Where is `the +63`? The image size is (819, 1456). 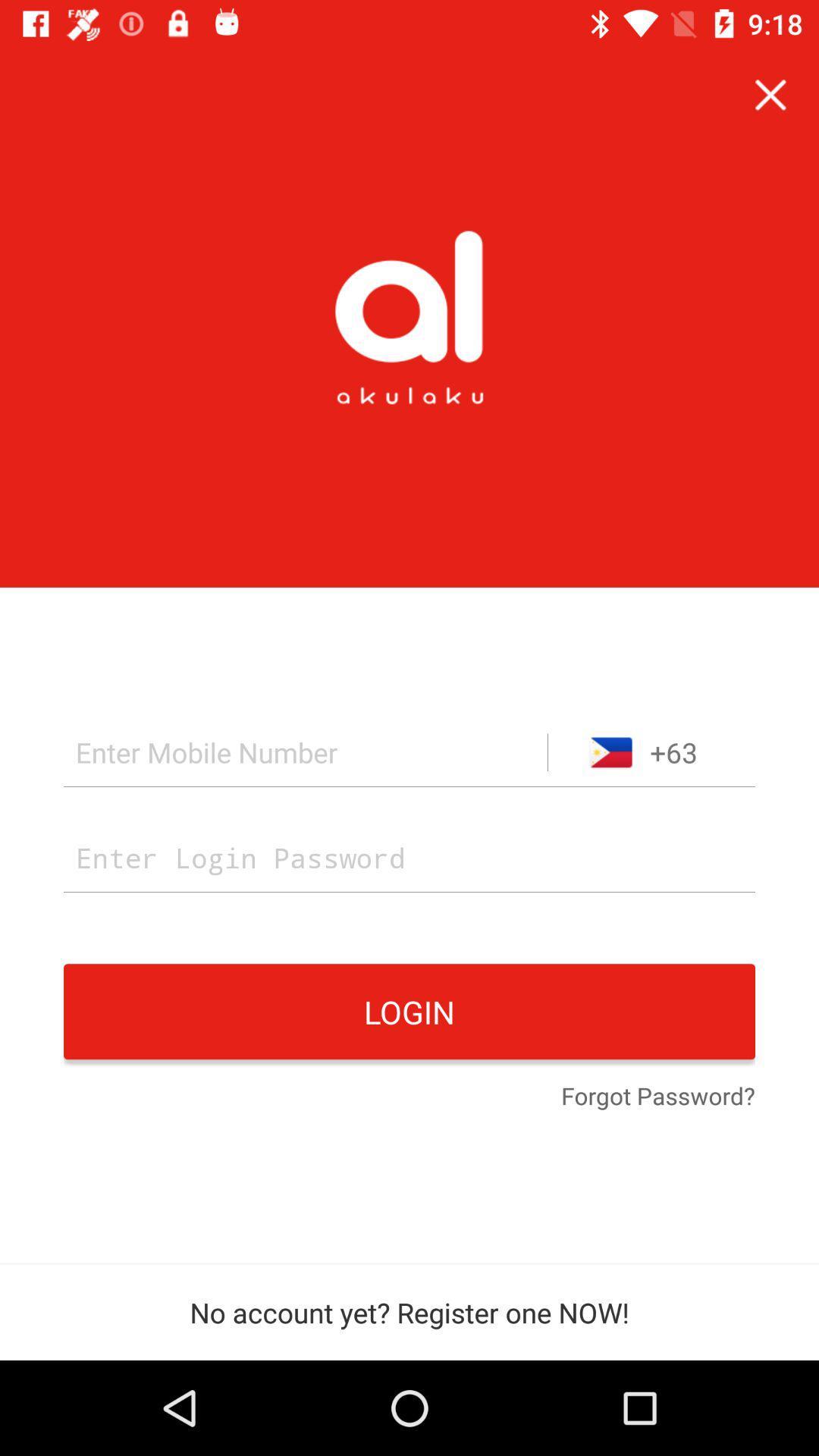 the +63 is located at coordinates (651, 752).